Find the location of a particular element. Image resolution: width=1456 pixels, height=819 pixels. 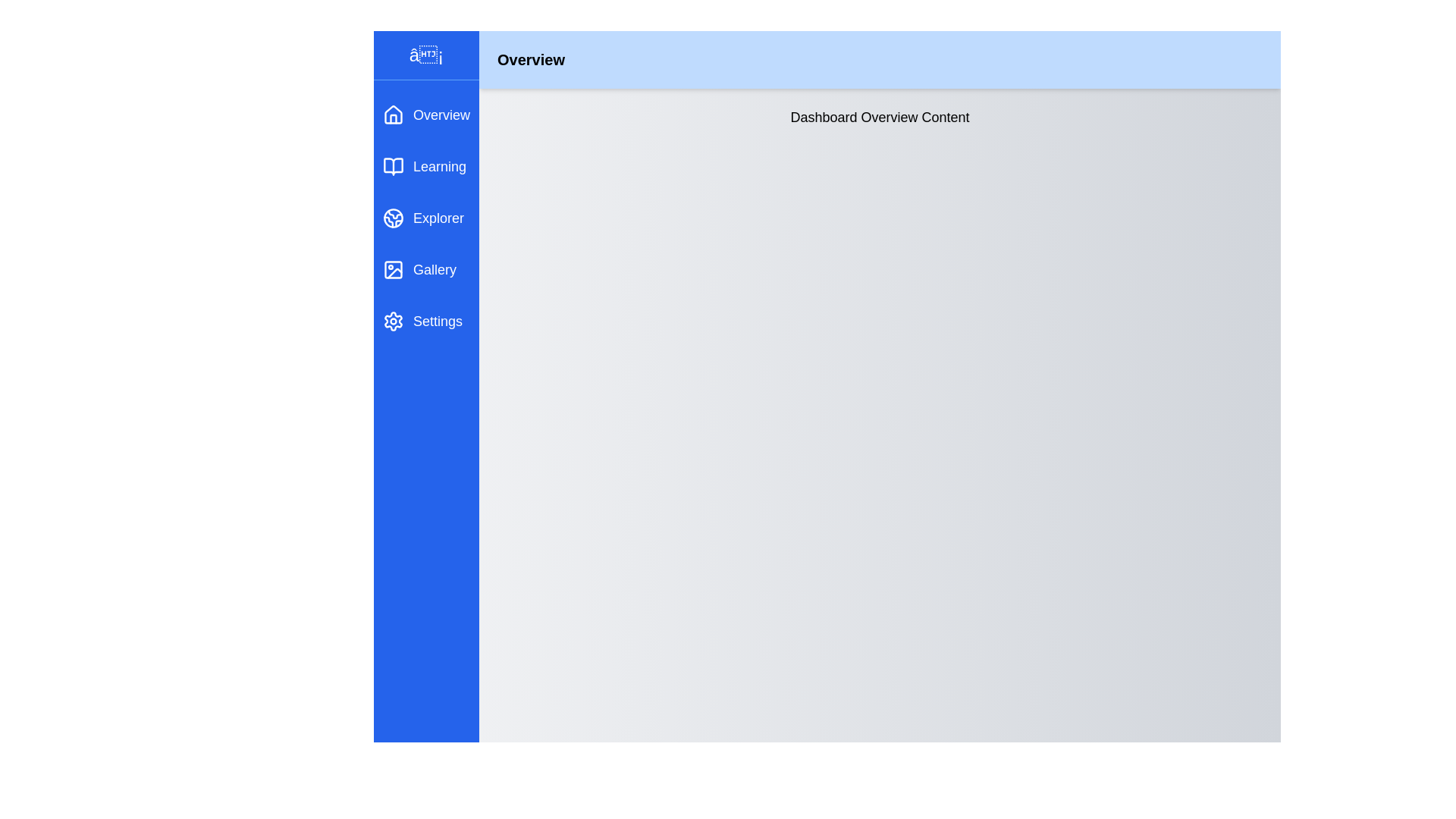

the 'Learning' category icon in the sidebar navigation menu is located at coordinates (393, 166).